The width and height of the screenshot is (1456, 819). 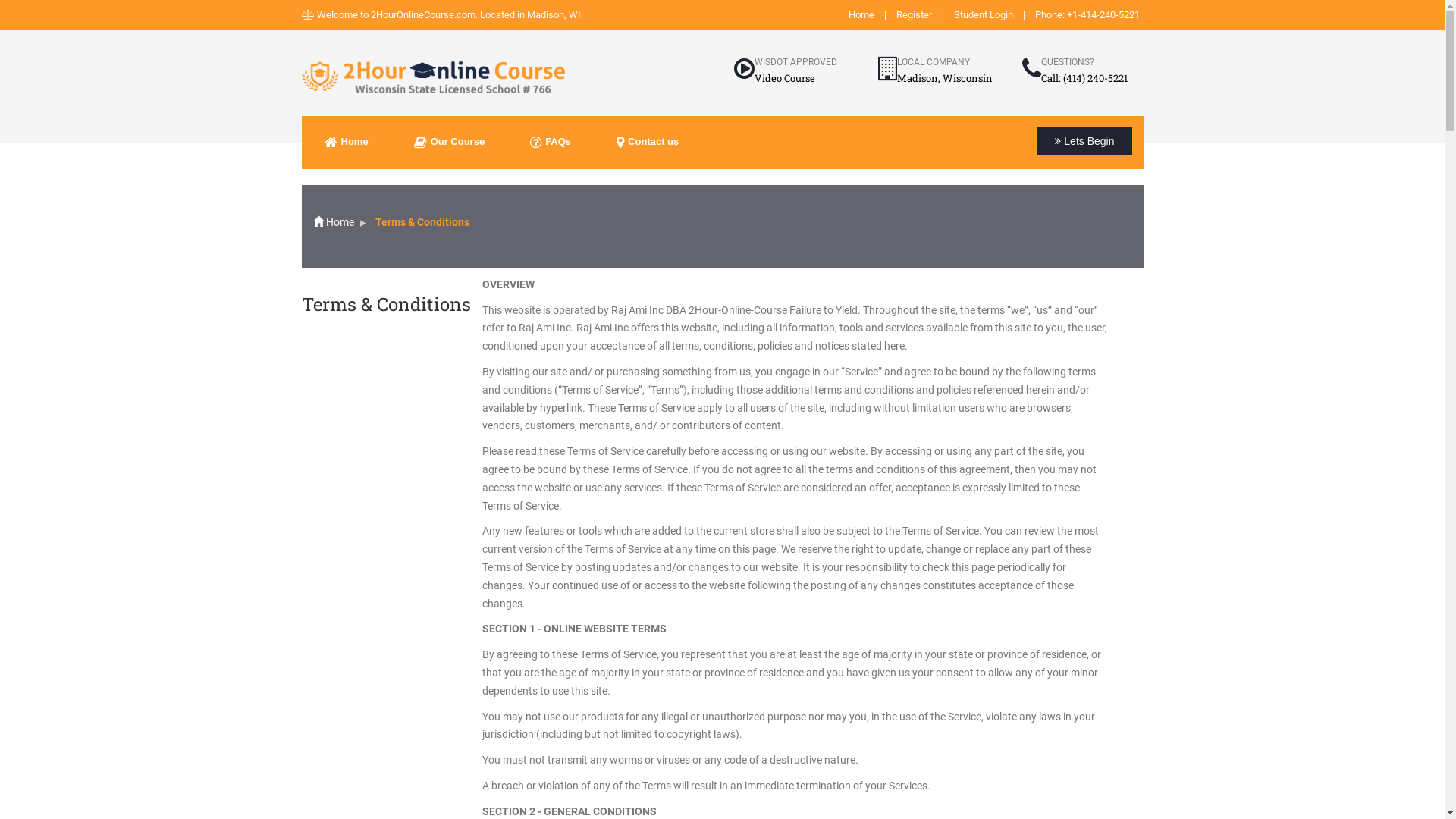 I want to click on 'LOCAL COMPANY:', so click(x=933, y=61).